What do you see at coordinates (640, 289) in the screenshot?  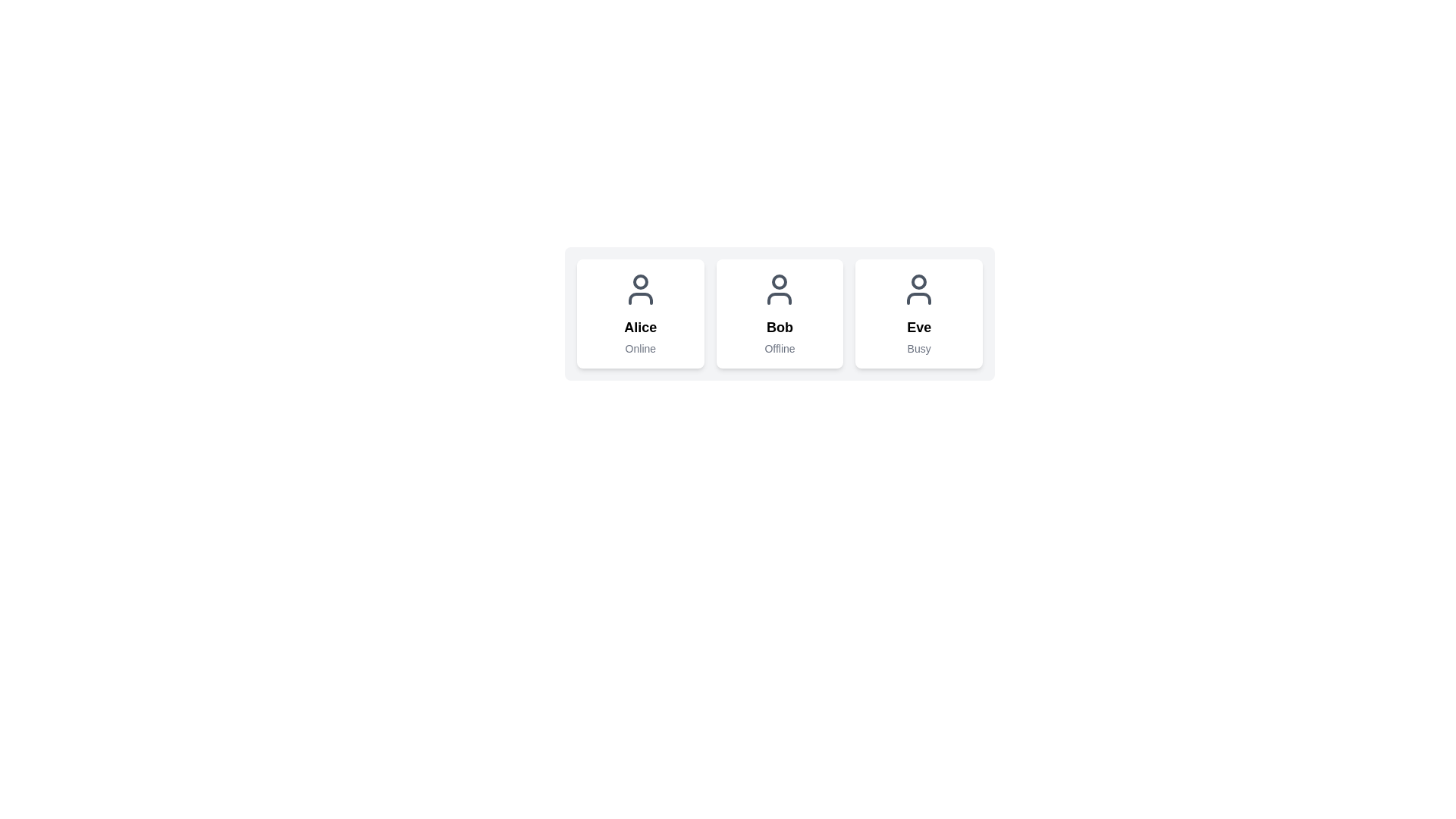 I see `the user icon representing 'Alice' in the leftmost user card layout` at bounding box center [640, 289].